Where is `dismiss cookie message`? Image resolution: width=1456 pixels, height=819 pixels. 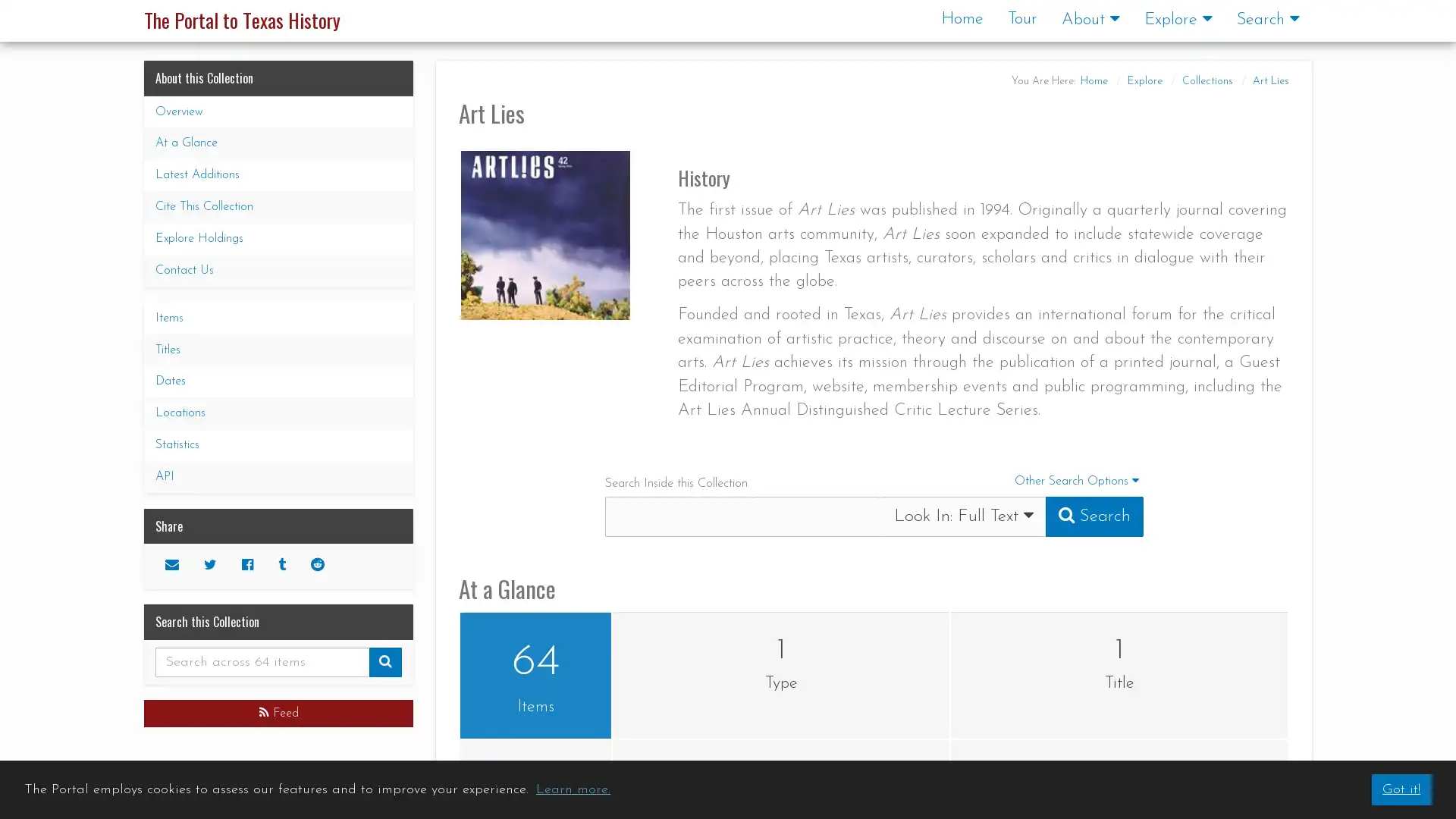
dismiss cookie message is located at coordinates (1400, 789).